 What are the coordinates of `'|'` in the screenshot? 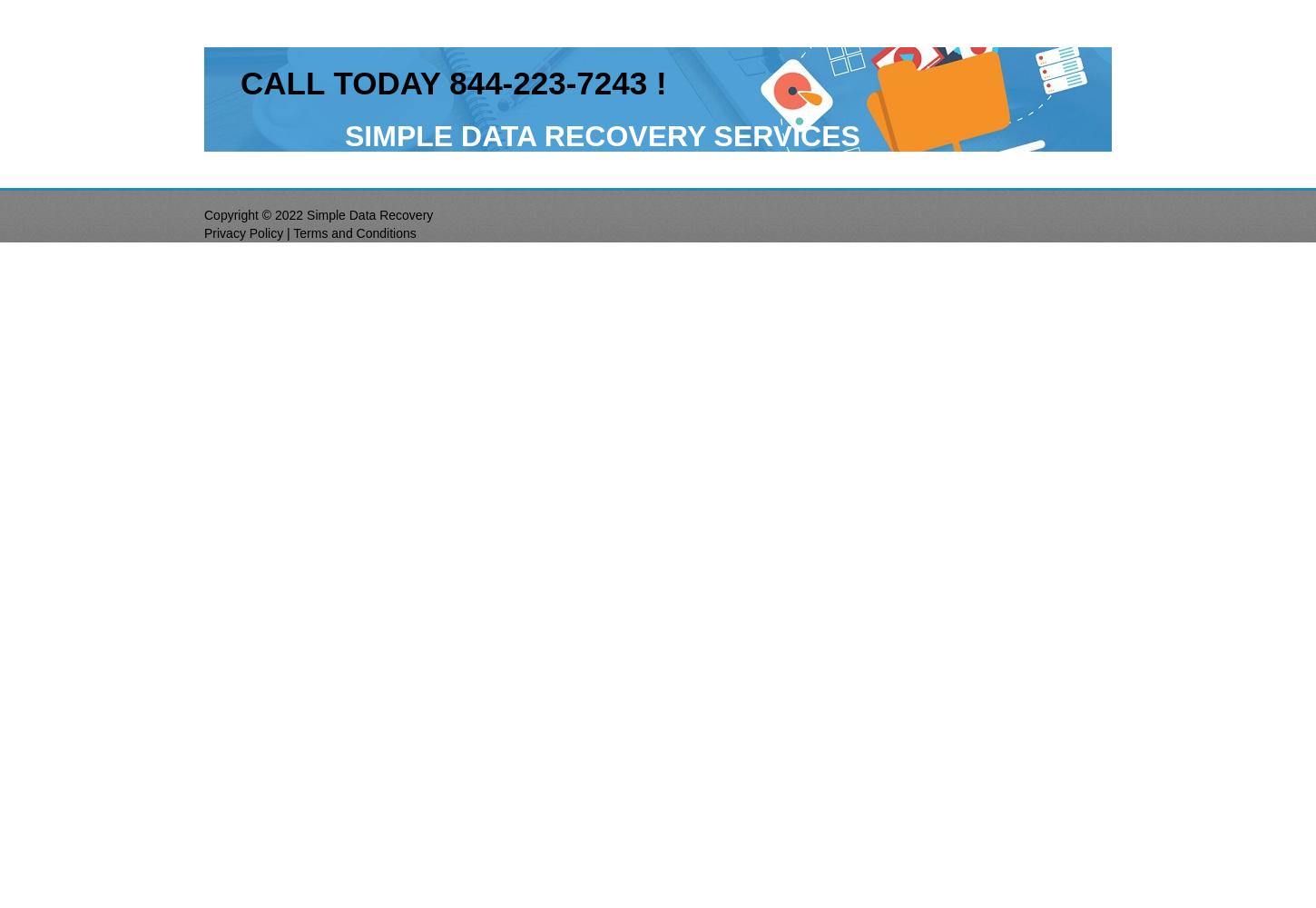 It's located at (288, 233).